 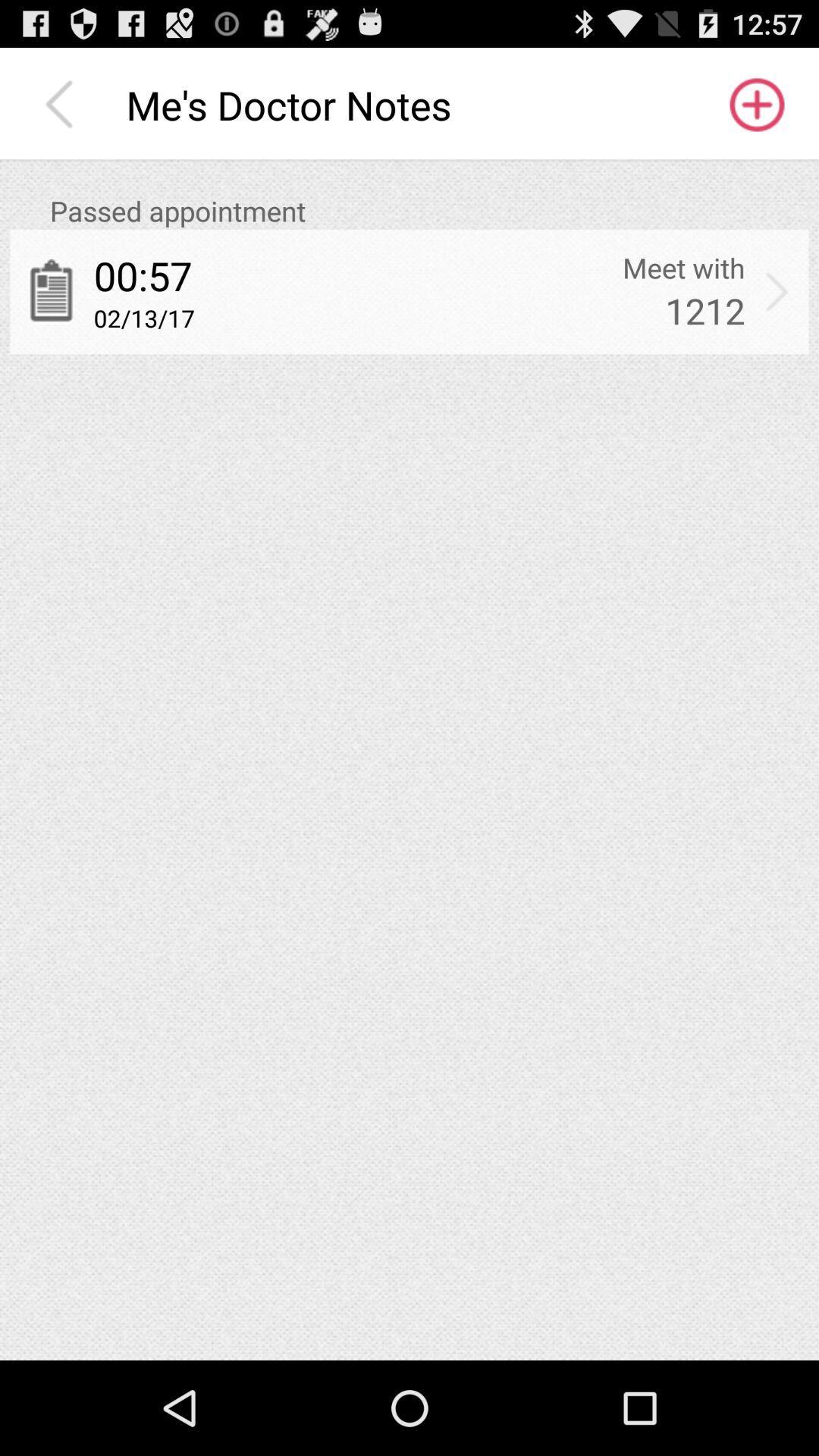 I want to click on passed appointment icon, so click(x=429, y=210).